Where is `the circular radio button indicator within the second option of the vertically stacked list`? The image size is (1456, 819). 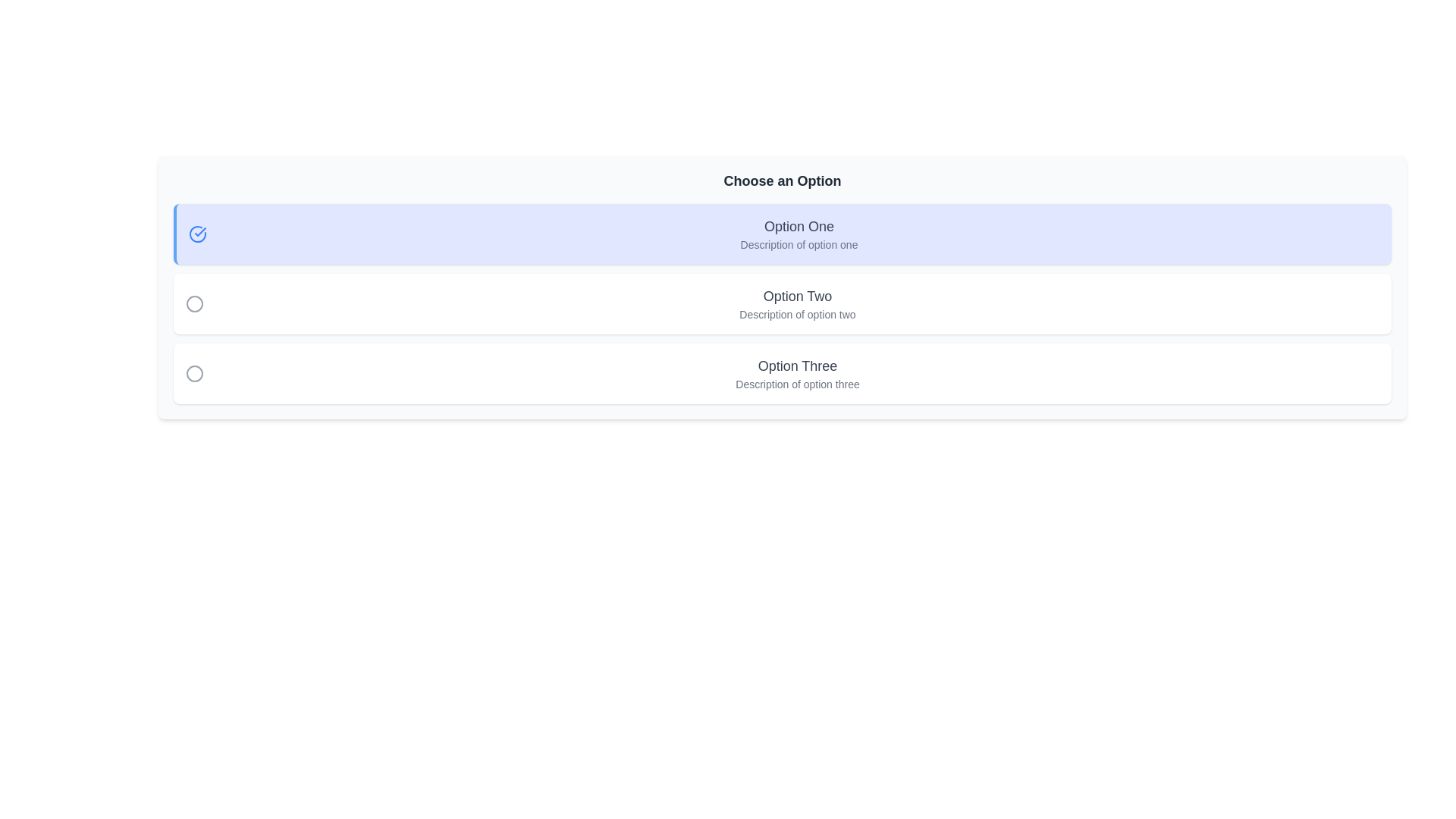
the circular radio button indicator within the second option of the vertically stacked list is located at coordinates (194, 304).